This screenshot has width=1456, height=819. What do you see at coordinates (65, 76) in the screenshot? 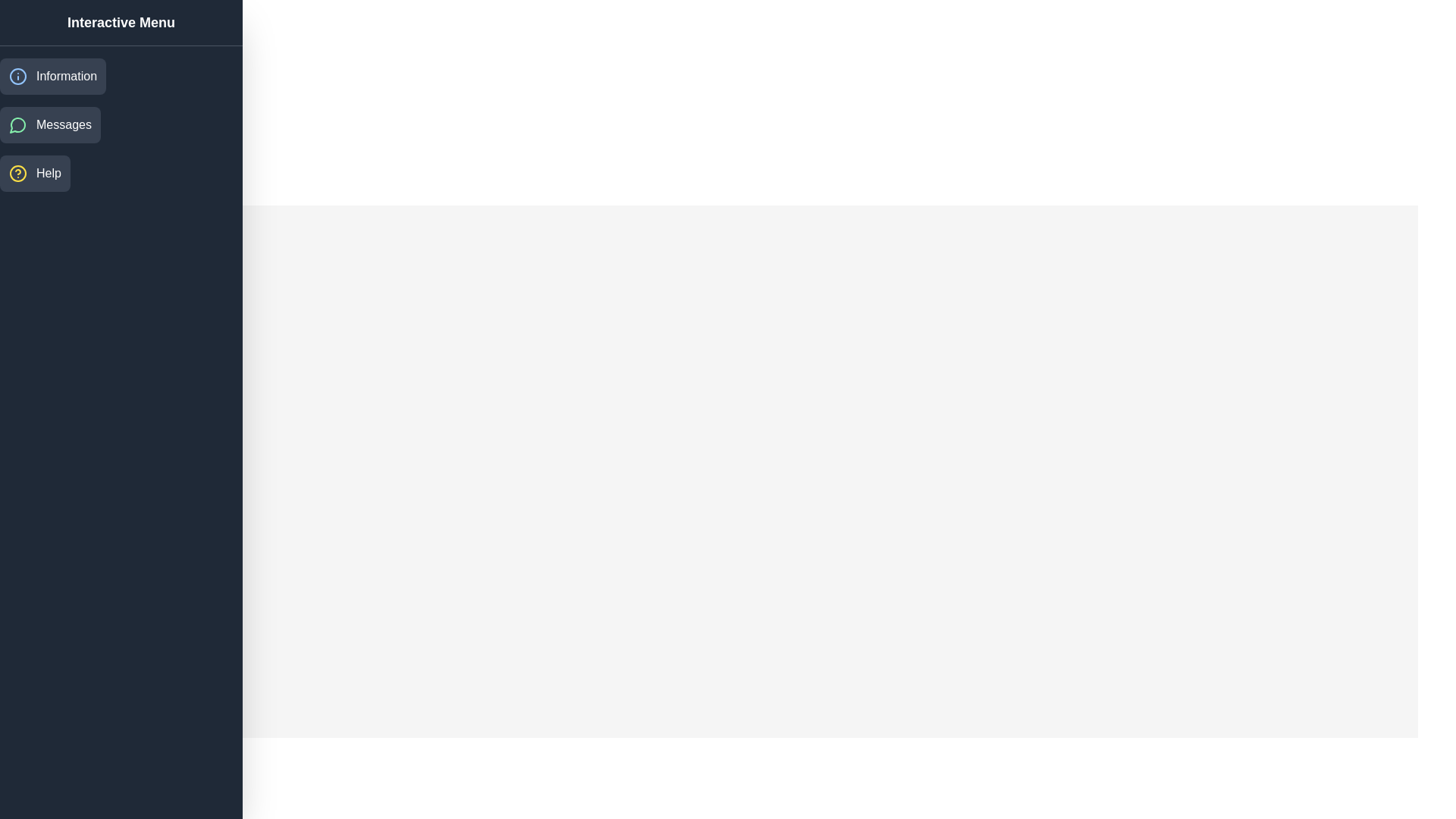
I see `text of the topmost menu item label located to the right of the 'i' icon in the vertically aligned menu on the left side of the interface` at bounding box center [65, 76].